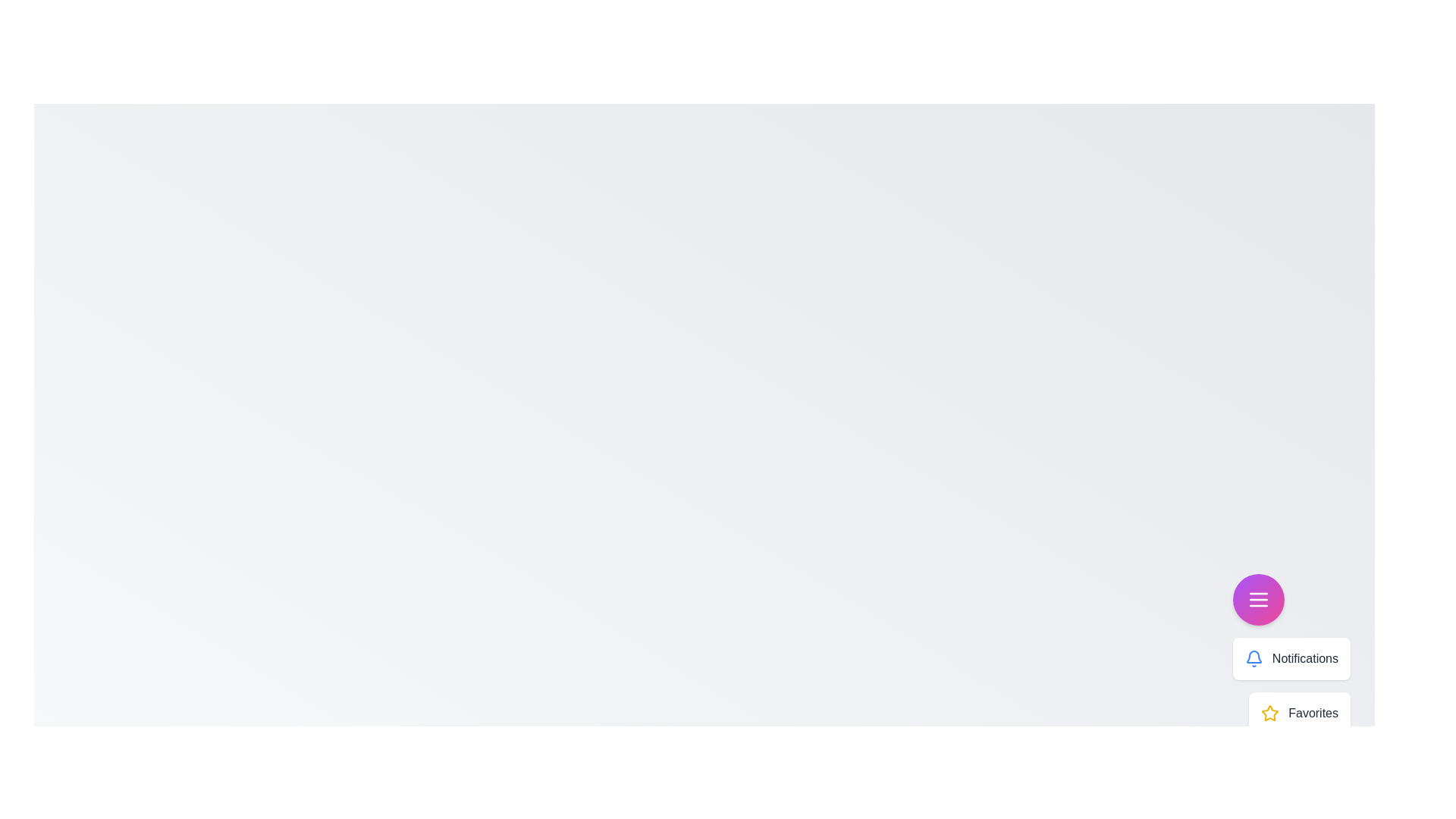 This screenshot has width=1456, height=819. Describe the element at coordinates (1254, 657) in the screenshot. I see `the menu option Notifications from the speed dial` at that location.